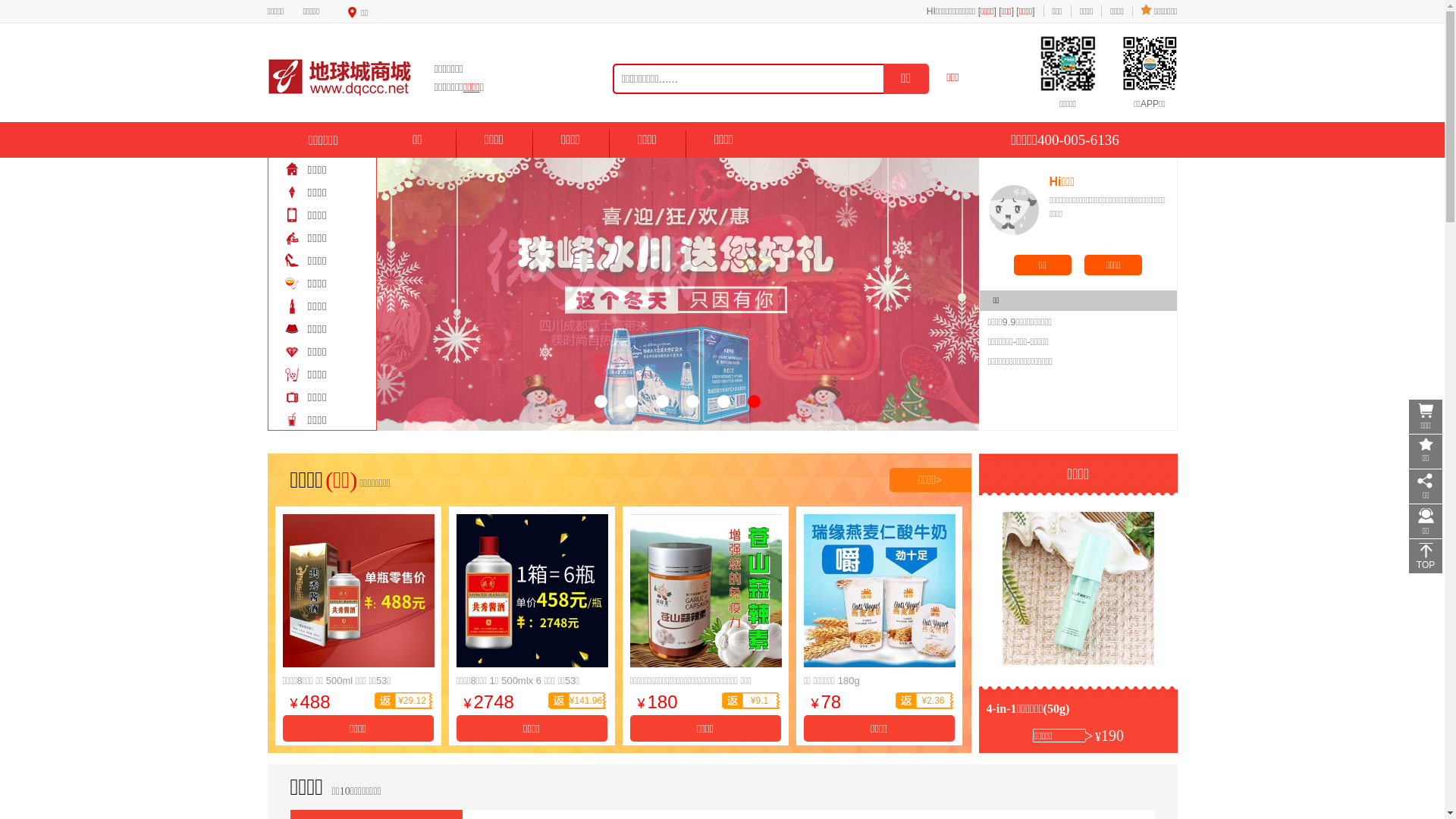  I want to click on 'TOP', so click(1425, 556).